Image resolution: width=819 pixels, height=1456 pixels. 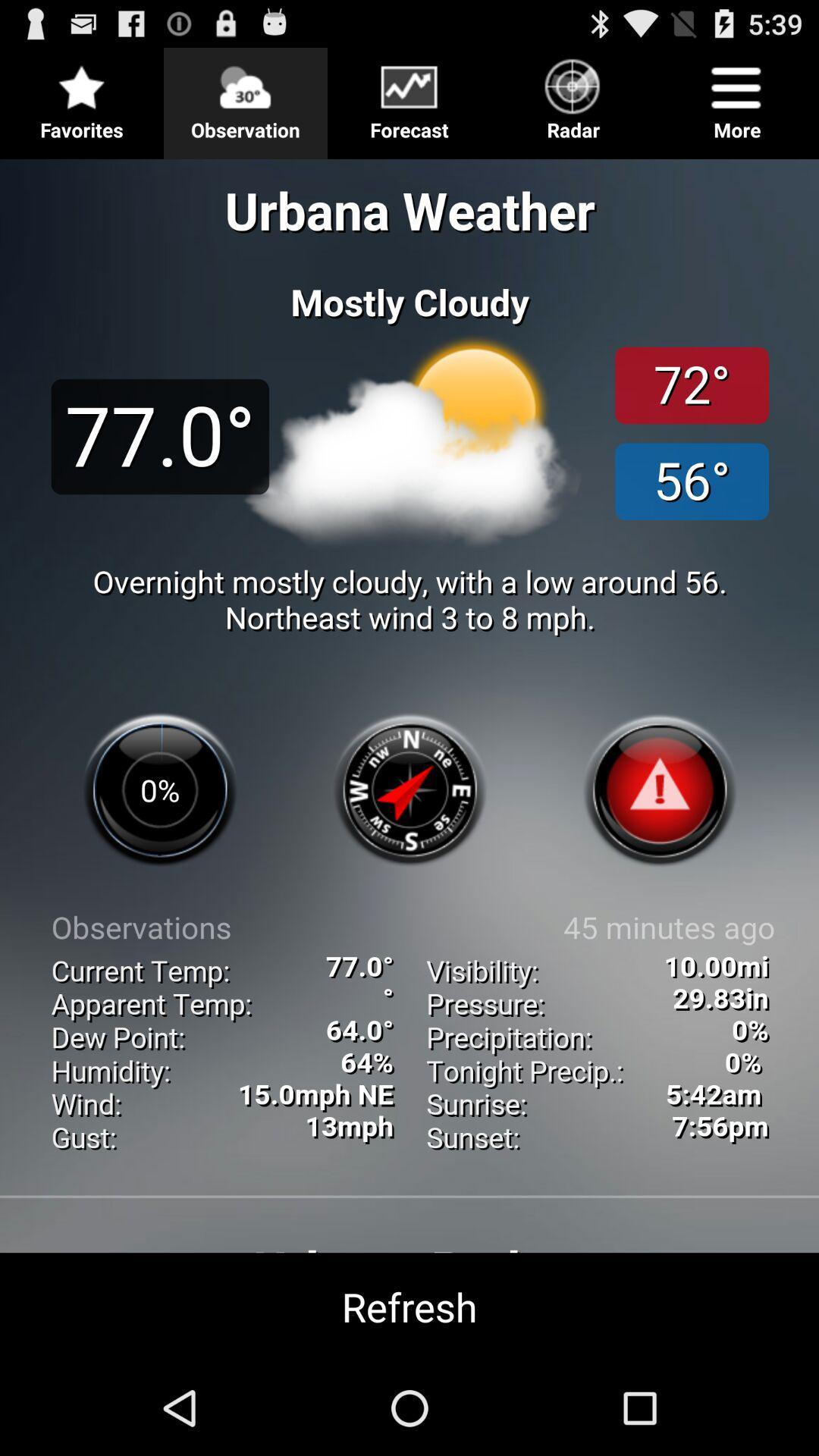 What do you see at coordinates (409, 754) in the screenshot?
I see `the entire article` at bounding box center [409, 754].